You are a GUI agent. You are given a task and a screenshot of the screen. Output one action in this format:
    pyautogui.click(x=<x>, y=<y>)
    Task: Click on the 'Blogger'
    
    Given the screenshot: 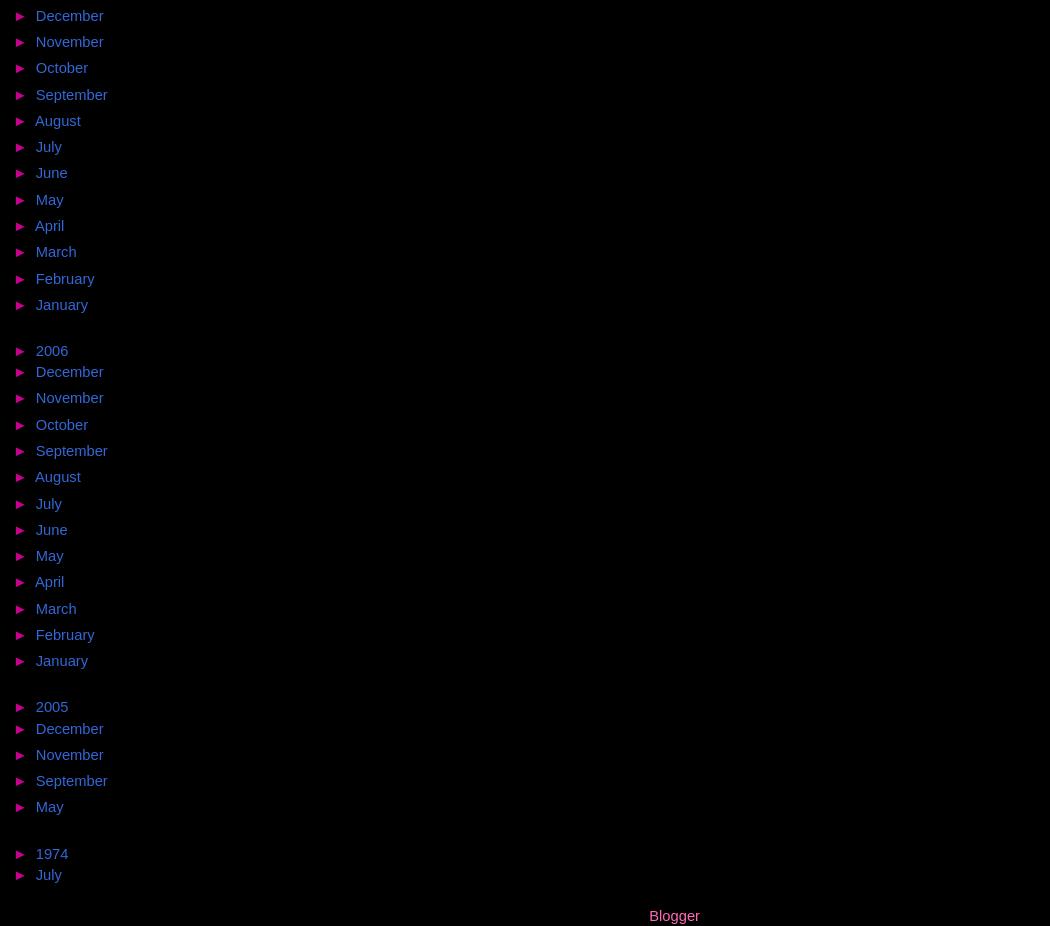 What is the action you would take?
    pyautogui.click(x=672, y=914)
    